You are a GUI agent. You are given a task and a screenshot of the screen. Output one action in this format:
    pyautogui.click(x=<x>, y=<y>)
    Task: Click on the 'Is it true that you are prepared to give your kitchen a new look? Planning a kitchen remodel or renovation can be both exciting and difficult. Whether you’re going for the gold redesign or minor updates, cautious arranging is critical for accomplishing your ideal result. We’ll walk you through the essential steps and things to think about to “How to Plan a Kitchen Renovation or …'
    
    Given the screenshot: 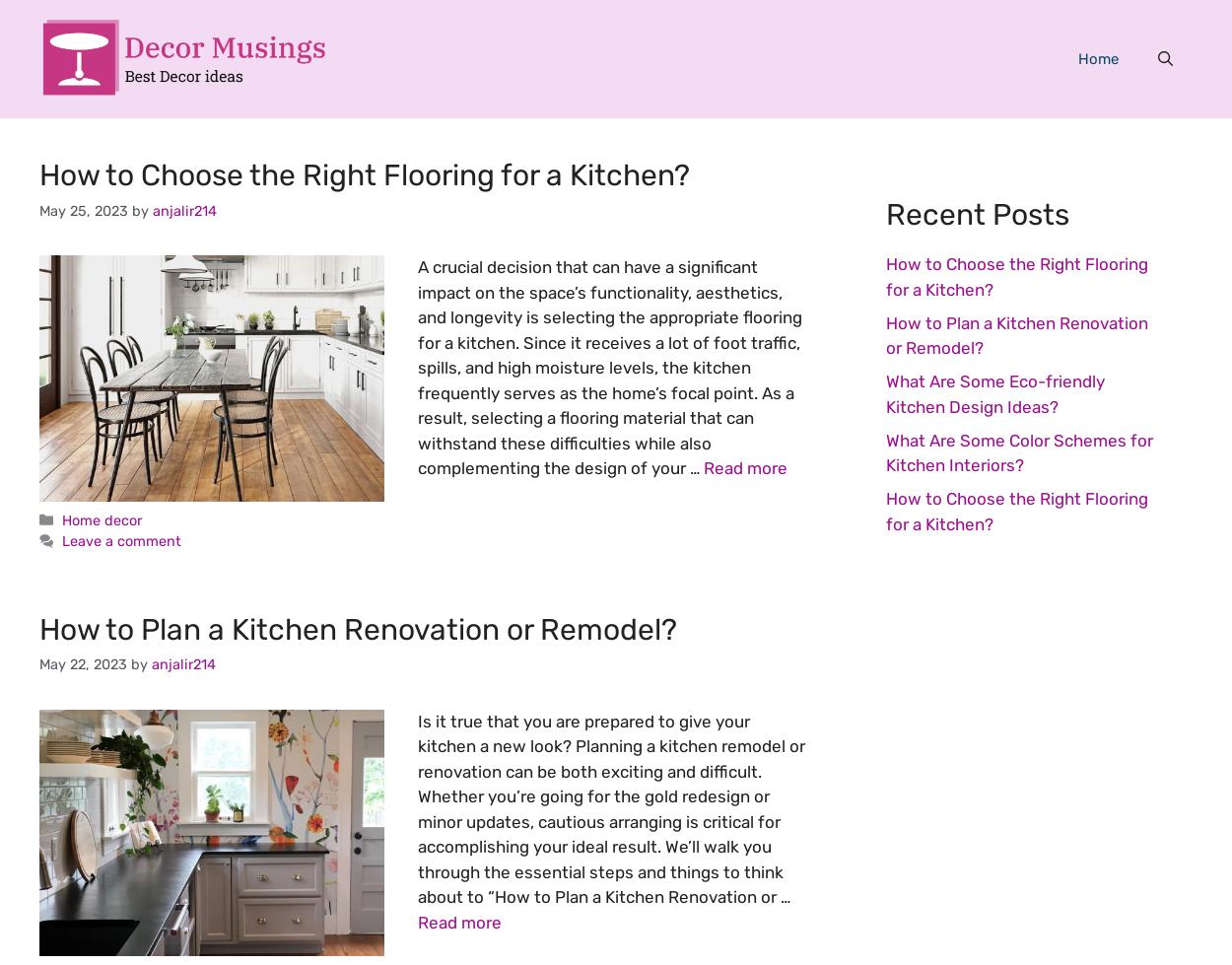 What is the action you would take?
    pyautogui.click(x=418, y=807)
    